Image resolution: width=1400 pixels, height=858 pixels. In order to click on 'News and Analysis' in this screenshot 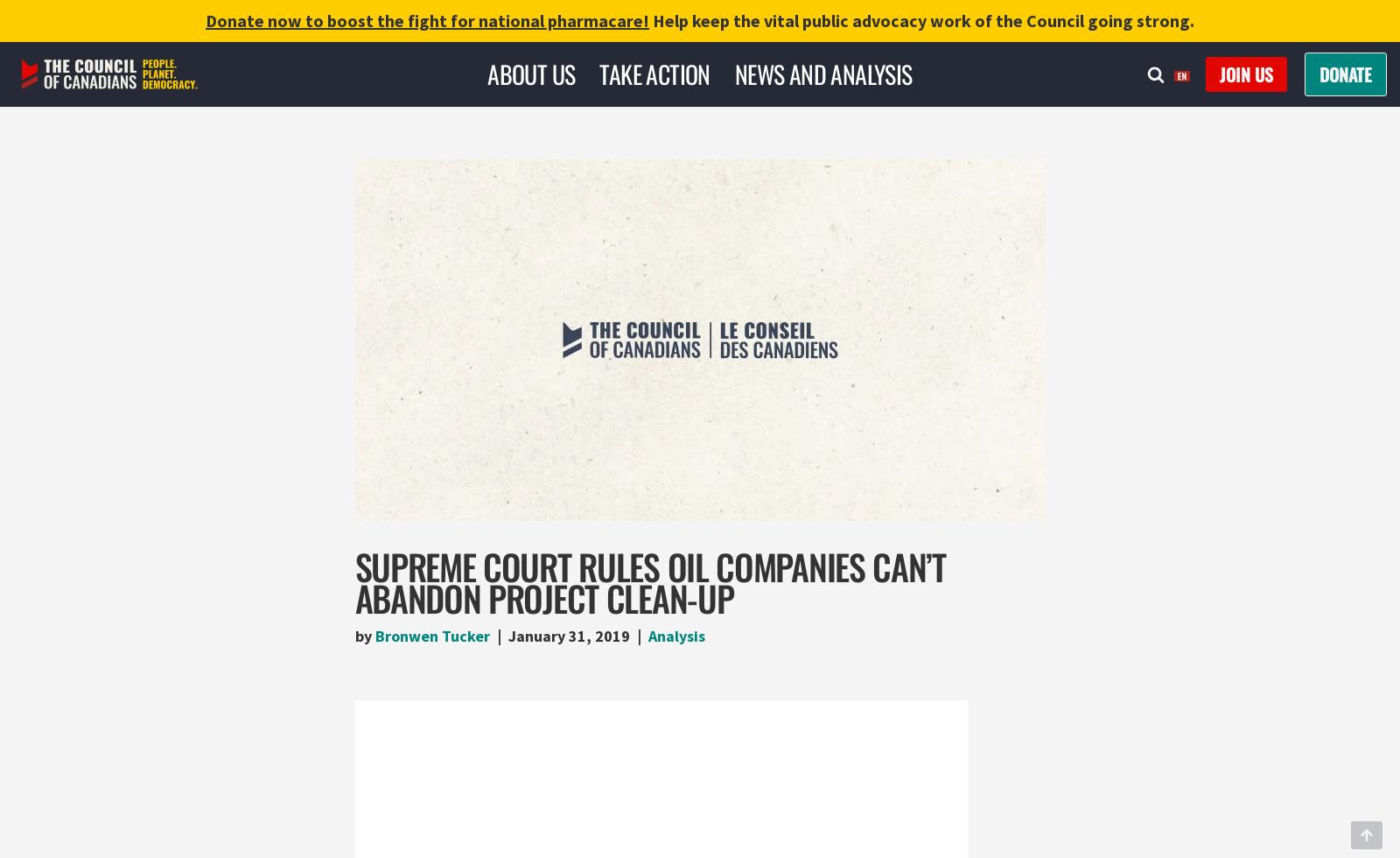, I will do `click(733, 74)`.